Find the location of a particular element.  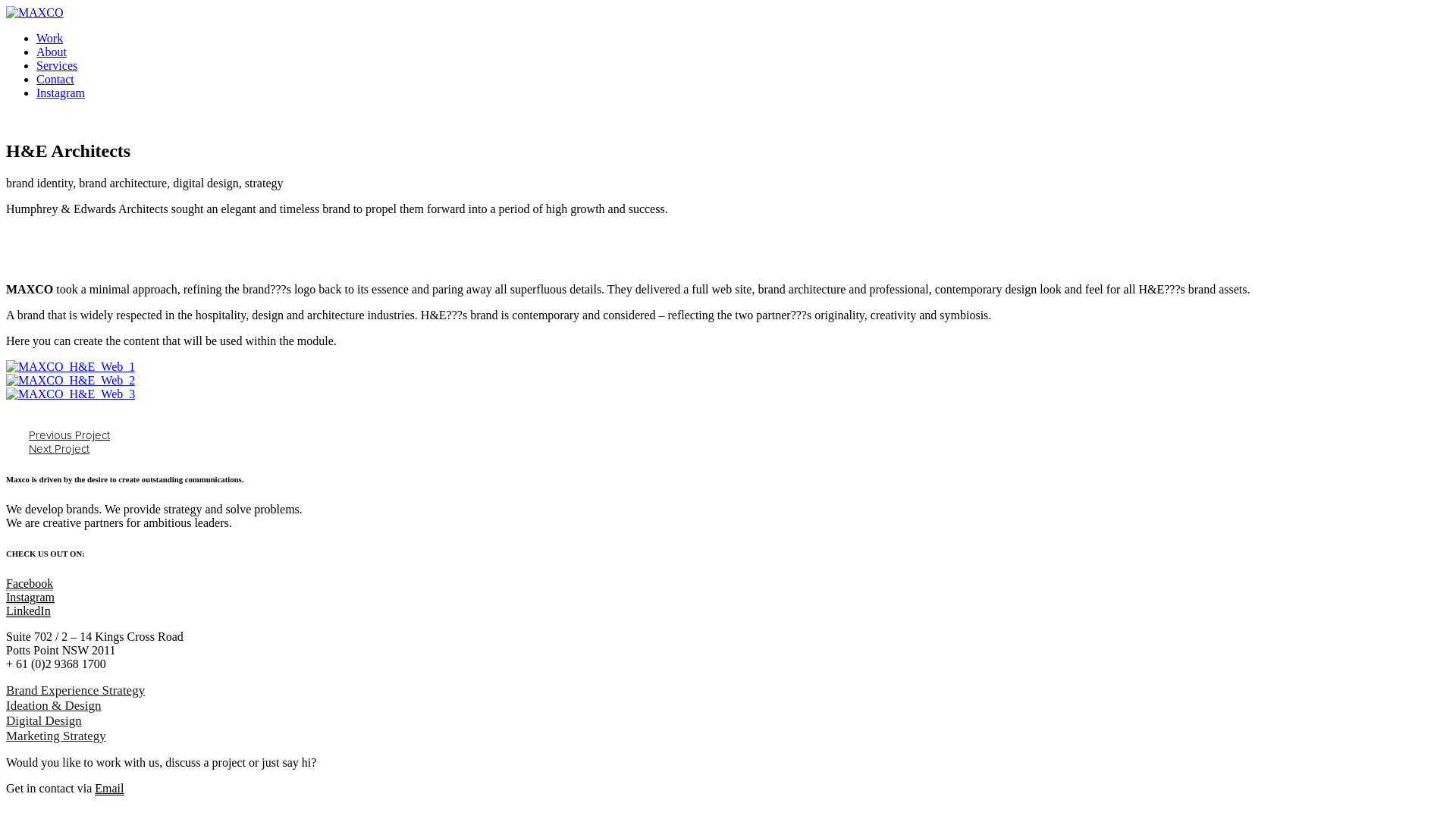

'MAXCO_H&E_Web_3' is located at coordinates (69, 393).